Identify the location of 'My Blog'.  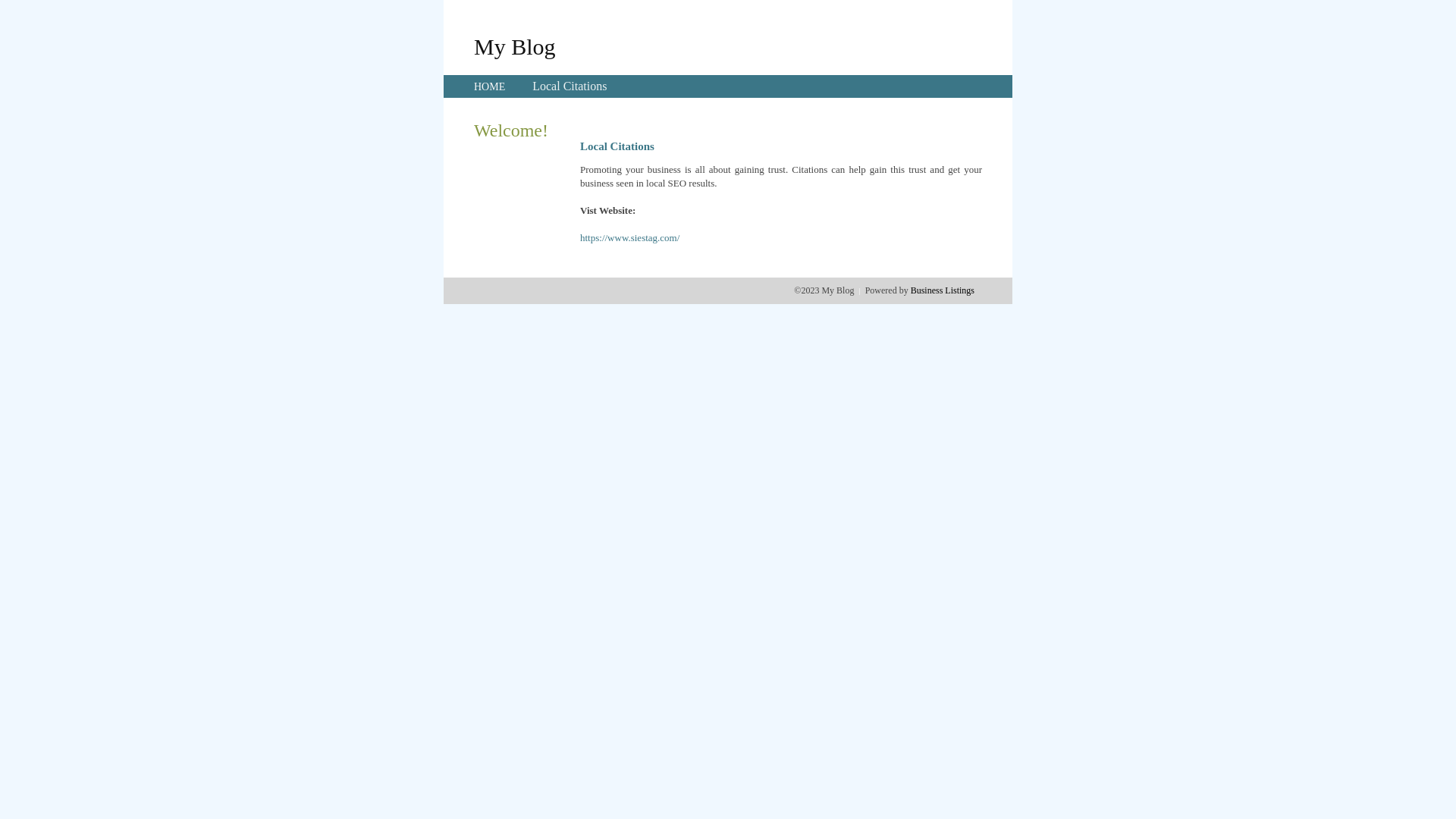
(514, 45).